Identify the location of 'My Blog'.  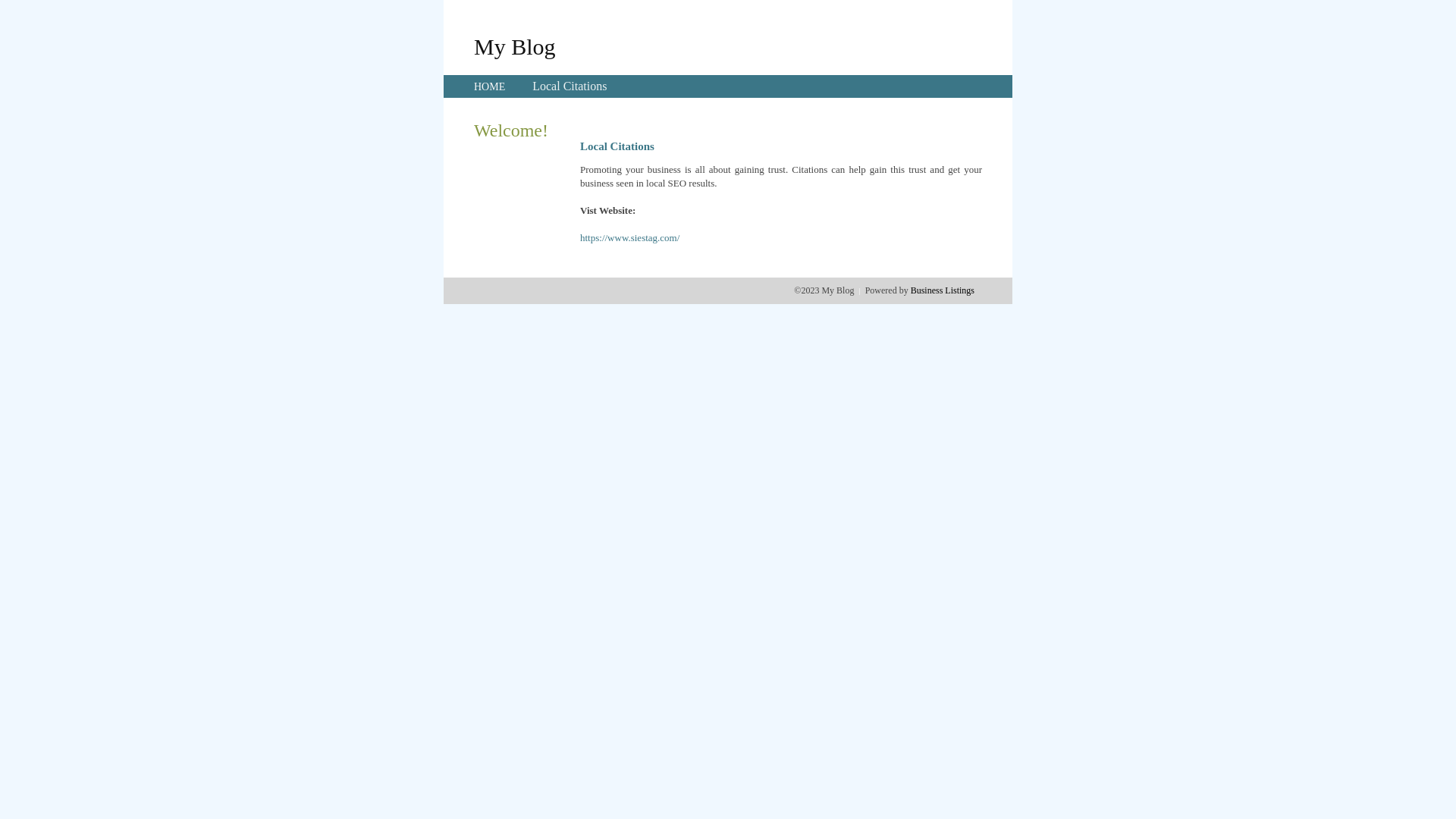
(514, 45).